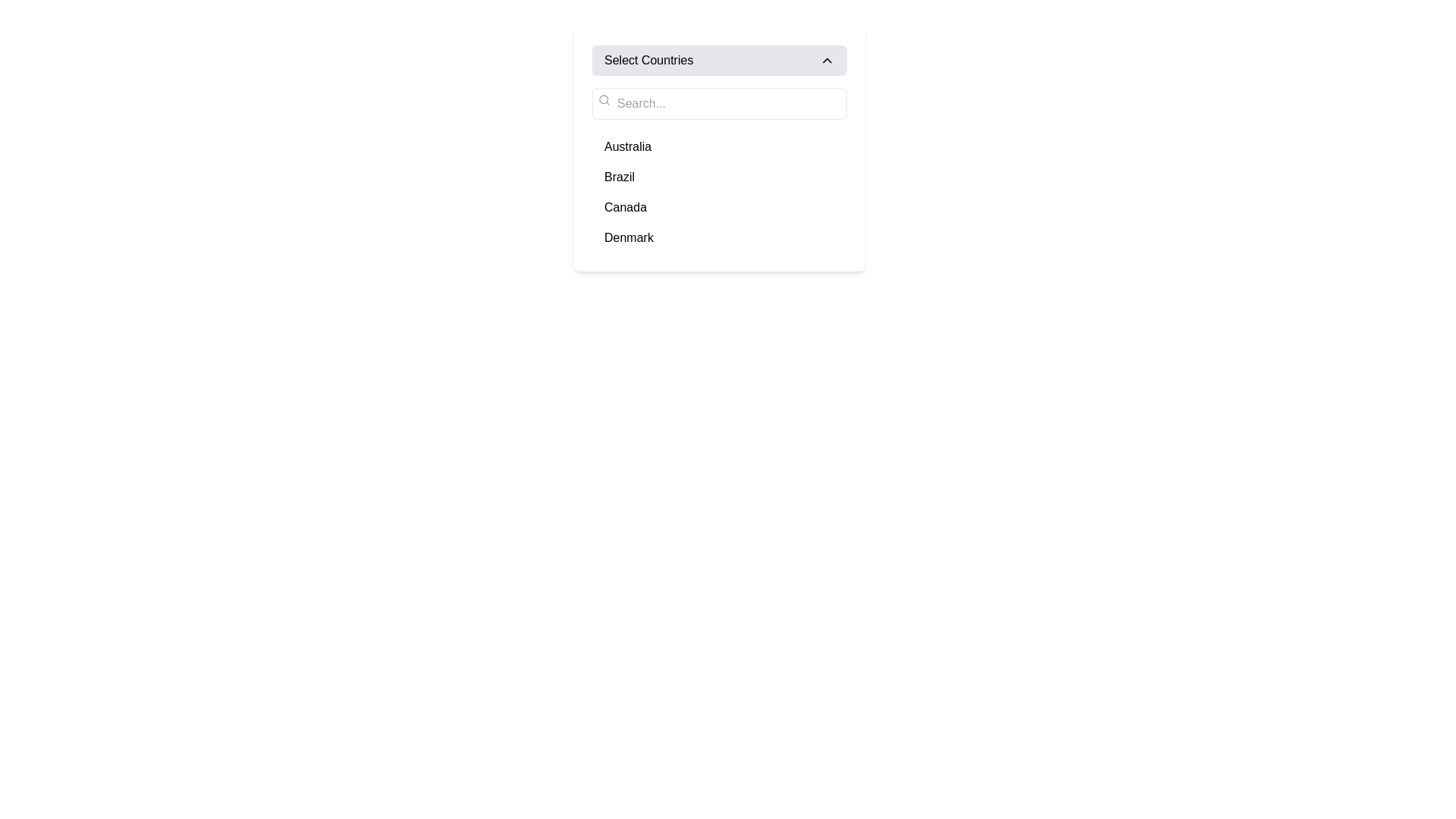 The height and width of the screenshot is (819, 1456). I want to click on the 'Australia' text item in the dropdown menu, so click(628, 146).